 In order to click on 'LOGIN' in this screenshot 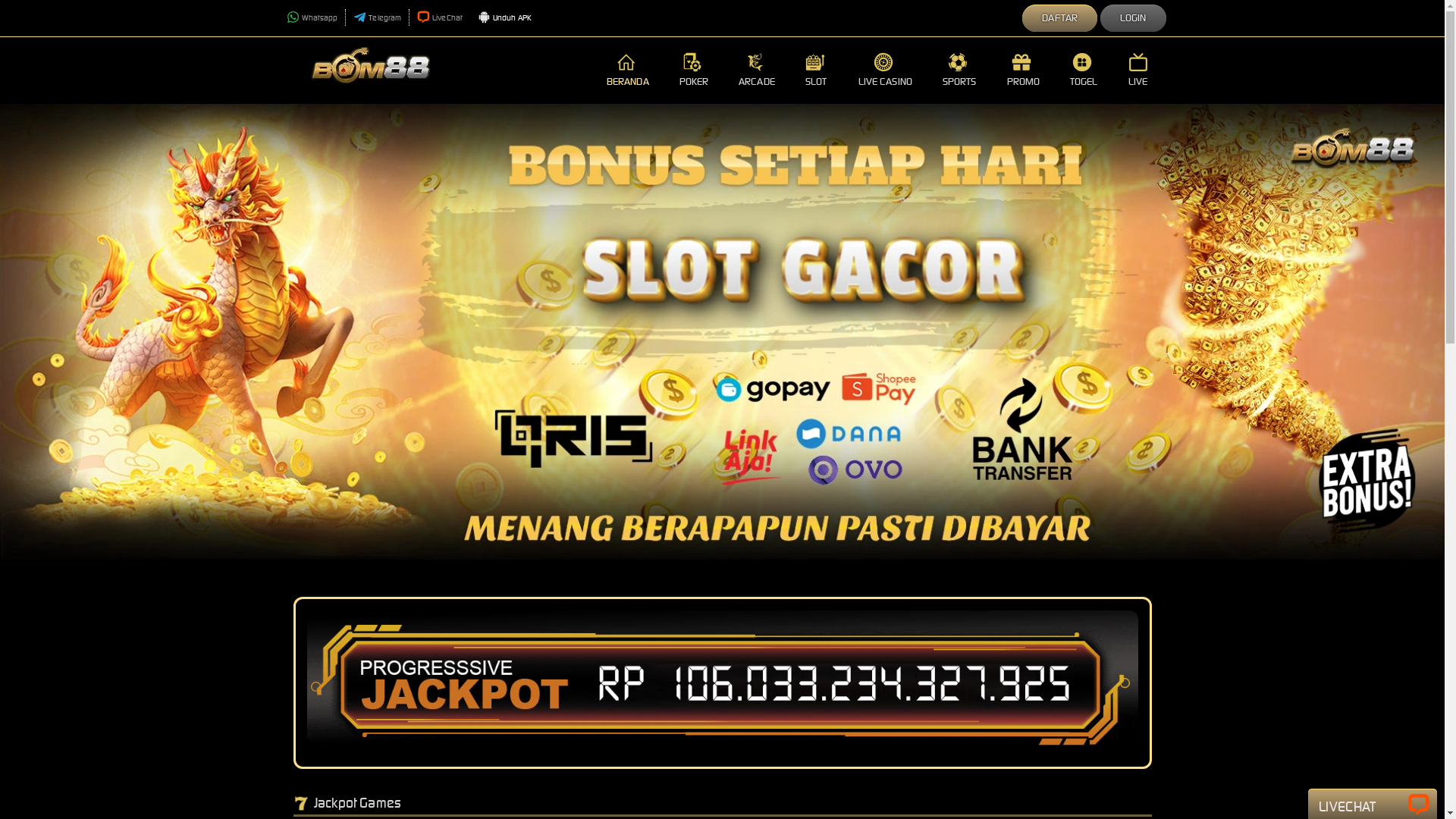, I will do `click(1133, 18)`.